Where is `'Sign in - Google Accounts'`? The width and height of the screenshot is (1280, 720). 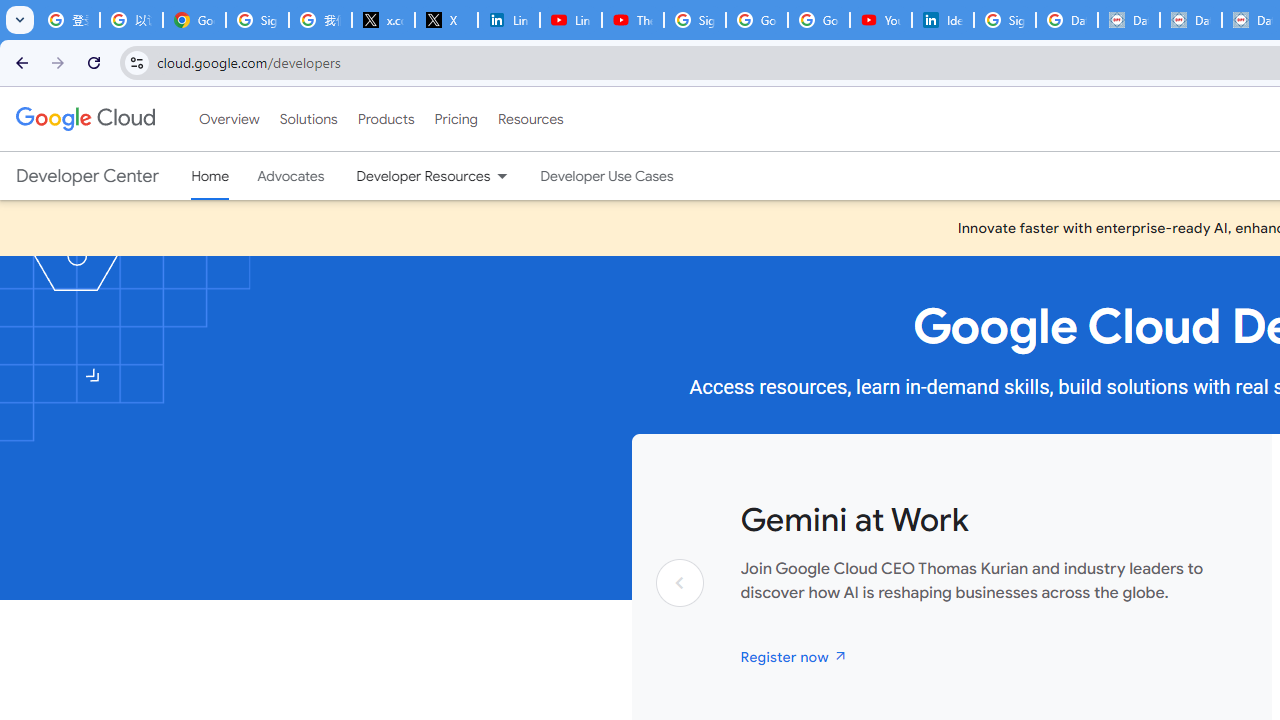 'Sign in - Google Accounts' is located at coordinates (1004, 20).